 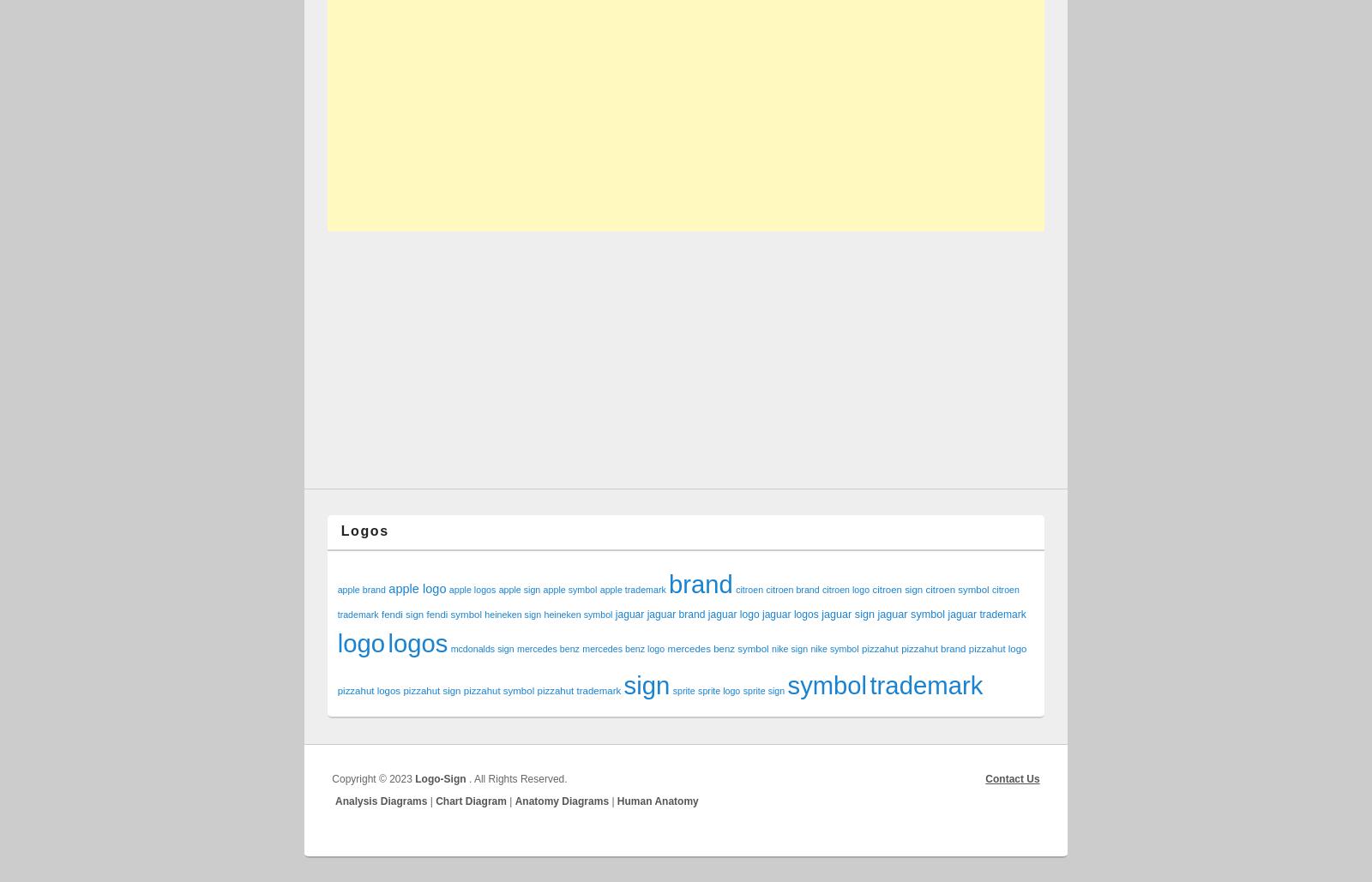 What do you see at coordinates (870, 684) in the screenshot?
I see `'trademark'` at bounding box center [870, 684].